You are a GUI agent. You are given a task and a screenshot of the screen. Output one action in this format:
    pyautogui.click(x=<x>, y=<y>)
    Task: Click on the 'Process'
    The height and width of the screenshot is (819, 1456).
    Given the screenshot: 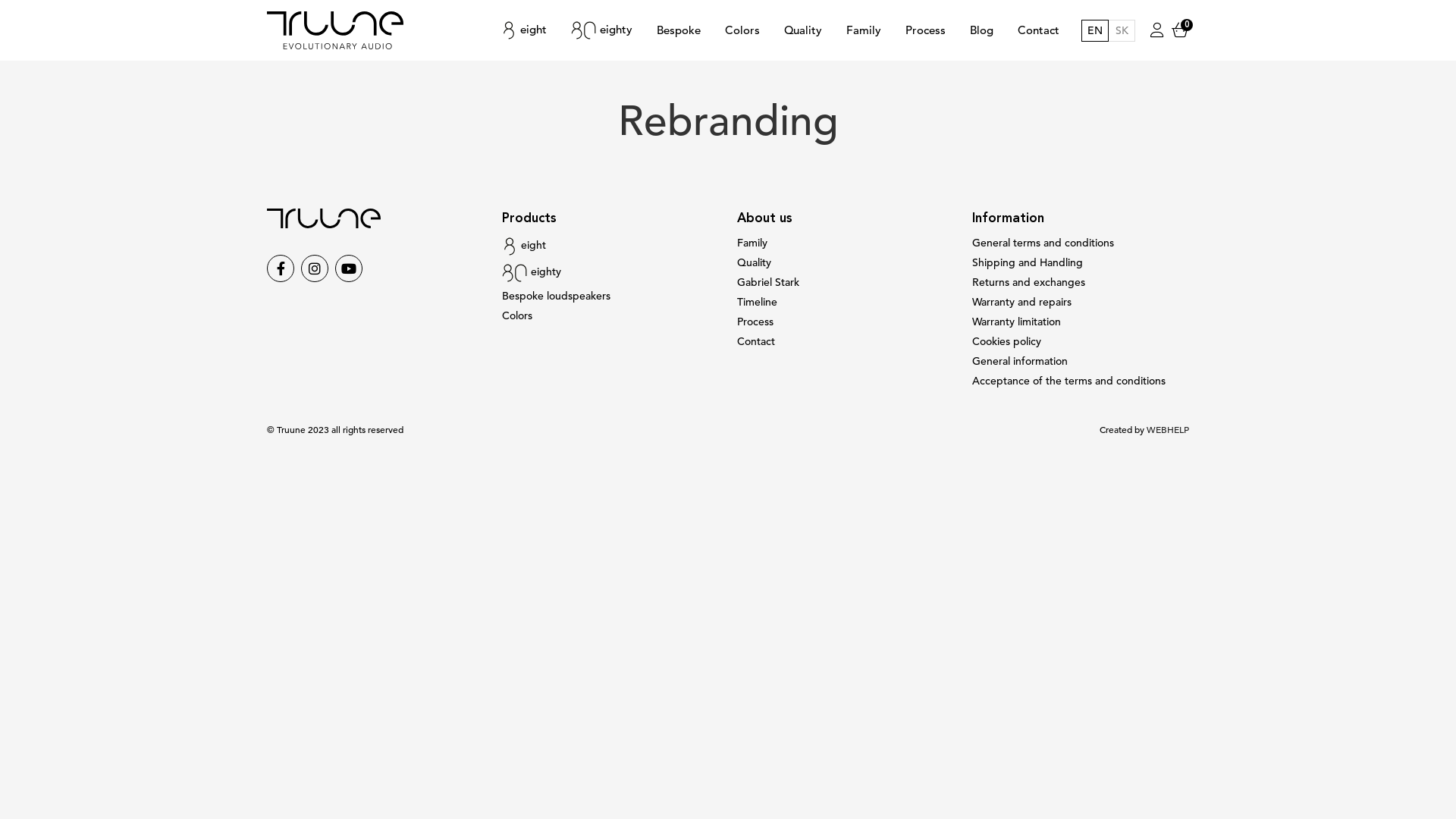 What is the action you would take?
    pyautogui.click(x=736, y=321)
    